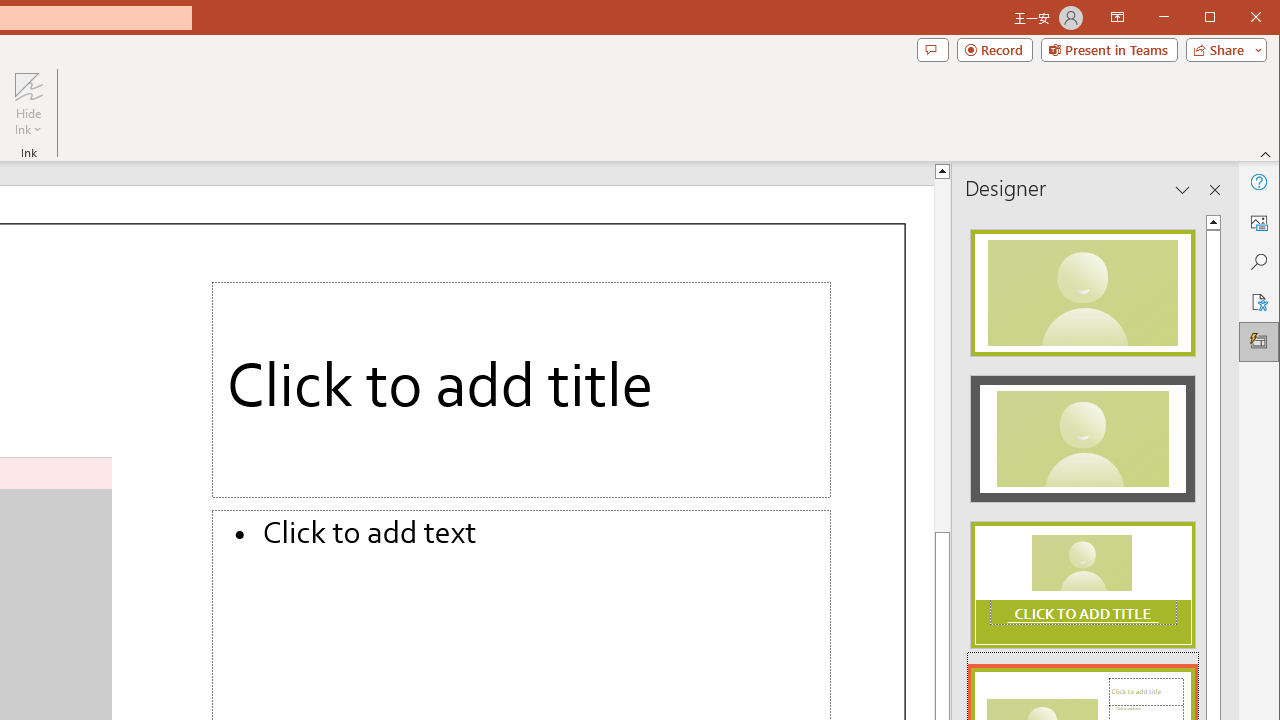  I want to click on 'Recommended Design: Design Idea', so click(1081, 286).